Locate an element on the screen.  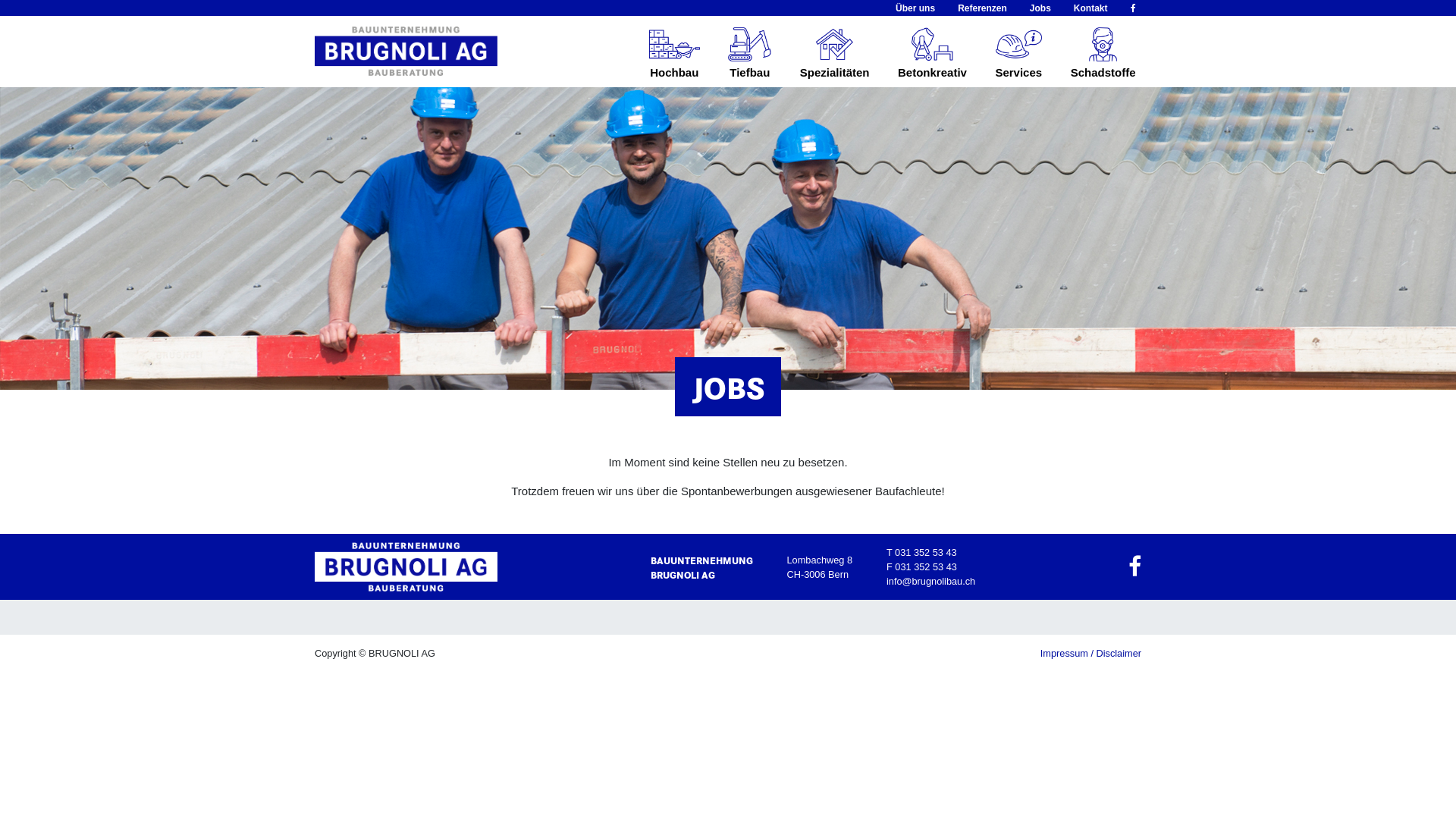
'info@brugnolibau.ch' is located at coordinates (886, 580).